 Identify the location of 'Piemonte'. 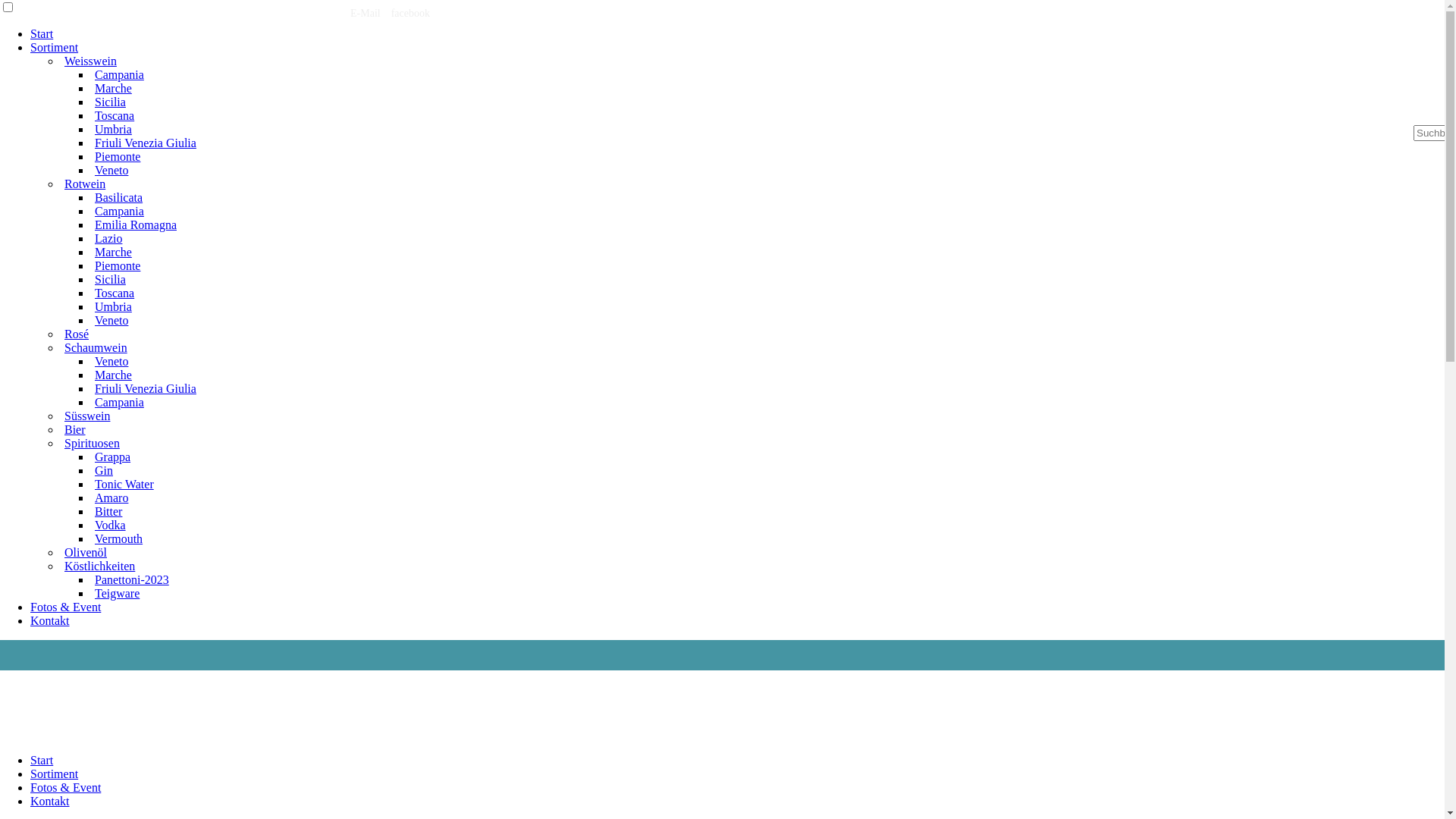
(116, 265).